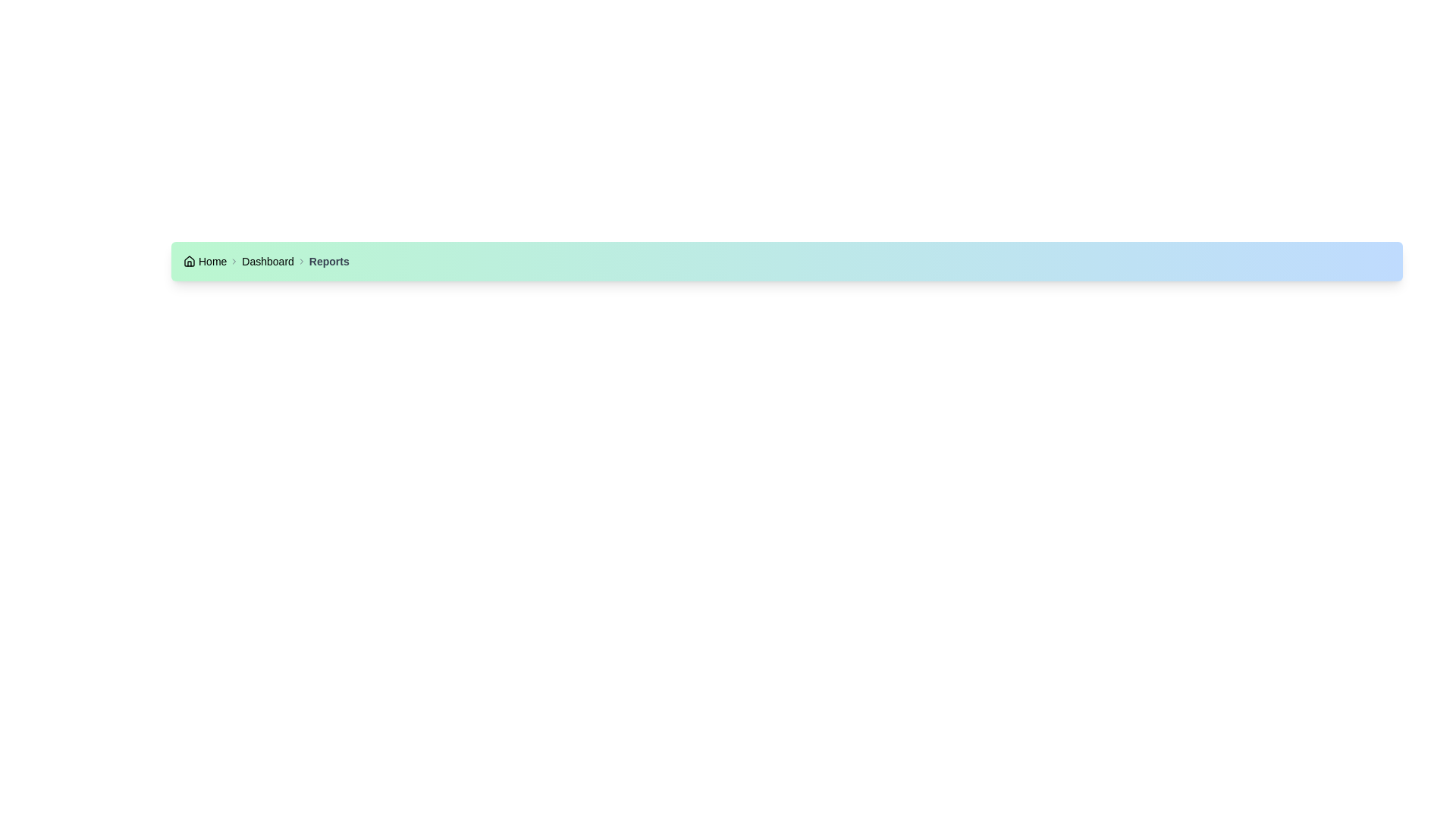 The image size is (1456, 819). Describe the element at coordinates (234, 260) in the screenshot. I see `the right-pointing chevron icon in the breadcrumb navigation, which is positioned between the 'Home' and 'Dashboard' labels and is the second separator from the left` at that location.